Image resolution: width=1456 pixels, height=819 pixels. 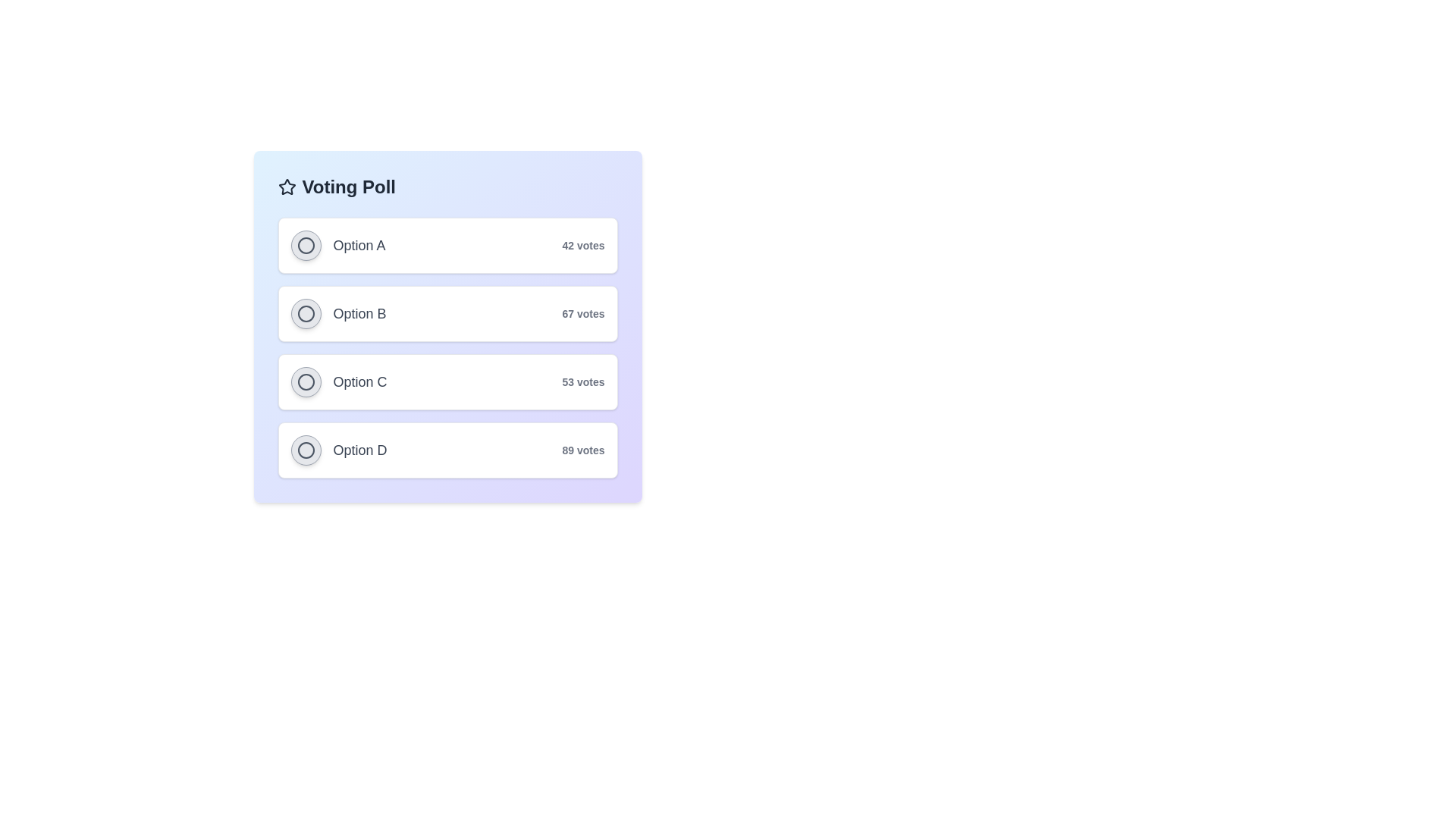 What do you see at coordinates (305, 381) in the screenshot?
I see `the radio button for 'Option C' in the voting poll` at bounding box center [305, 381].